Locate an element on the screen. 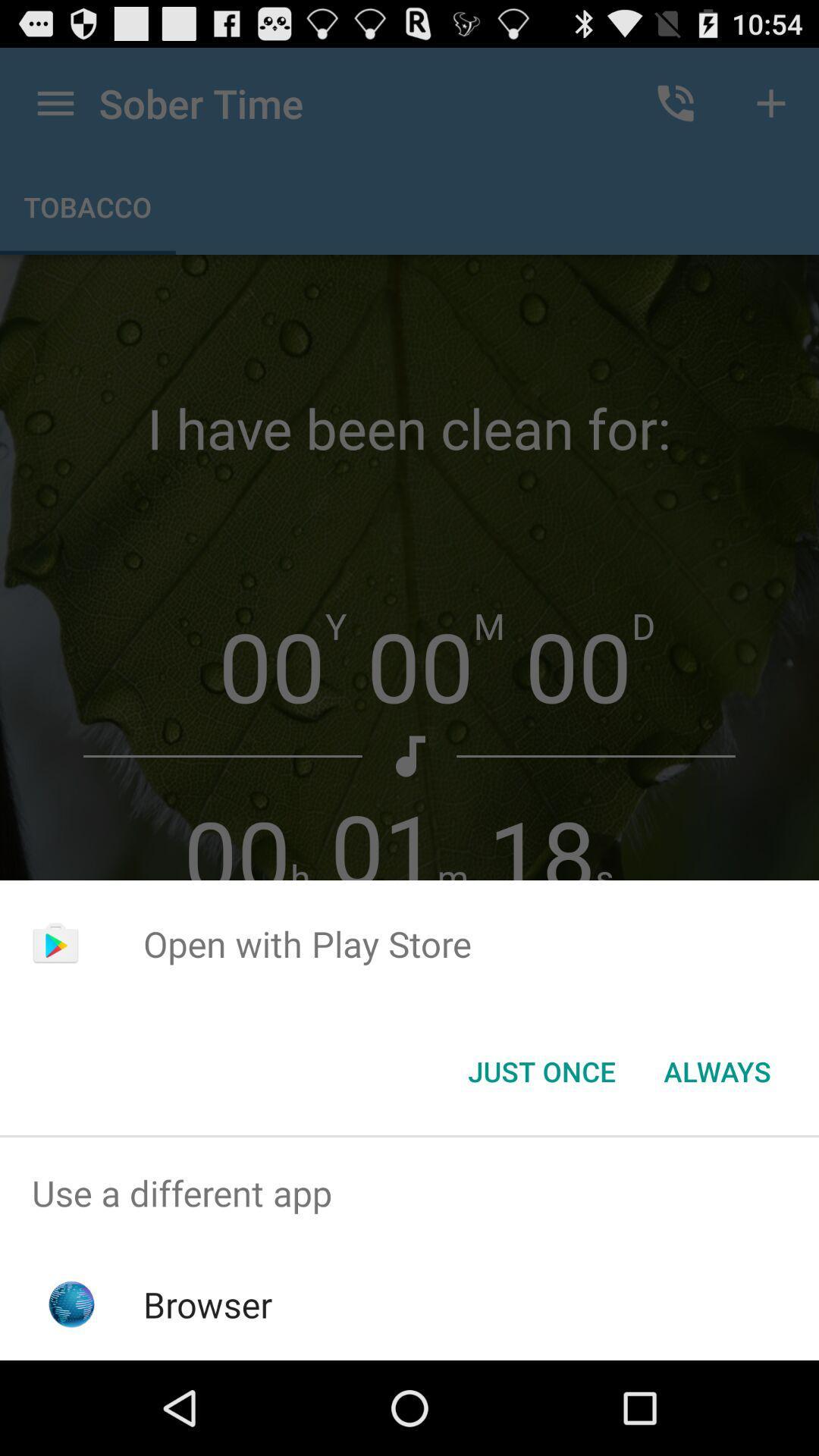  the use a different icon is located at coordinates (409, 1192).